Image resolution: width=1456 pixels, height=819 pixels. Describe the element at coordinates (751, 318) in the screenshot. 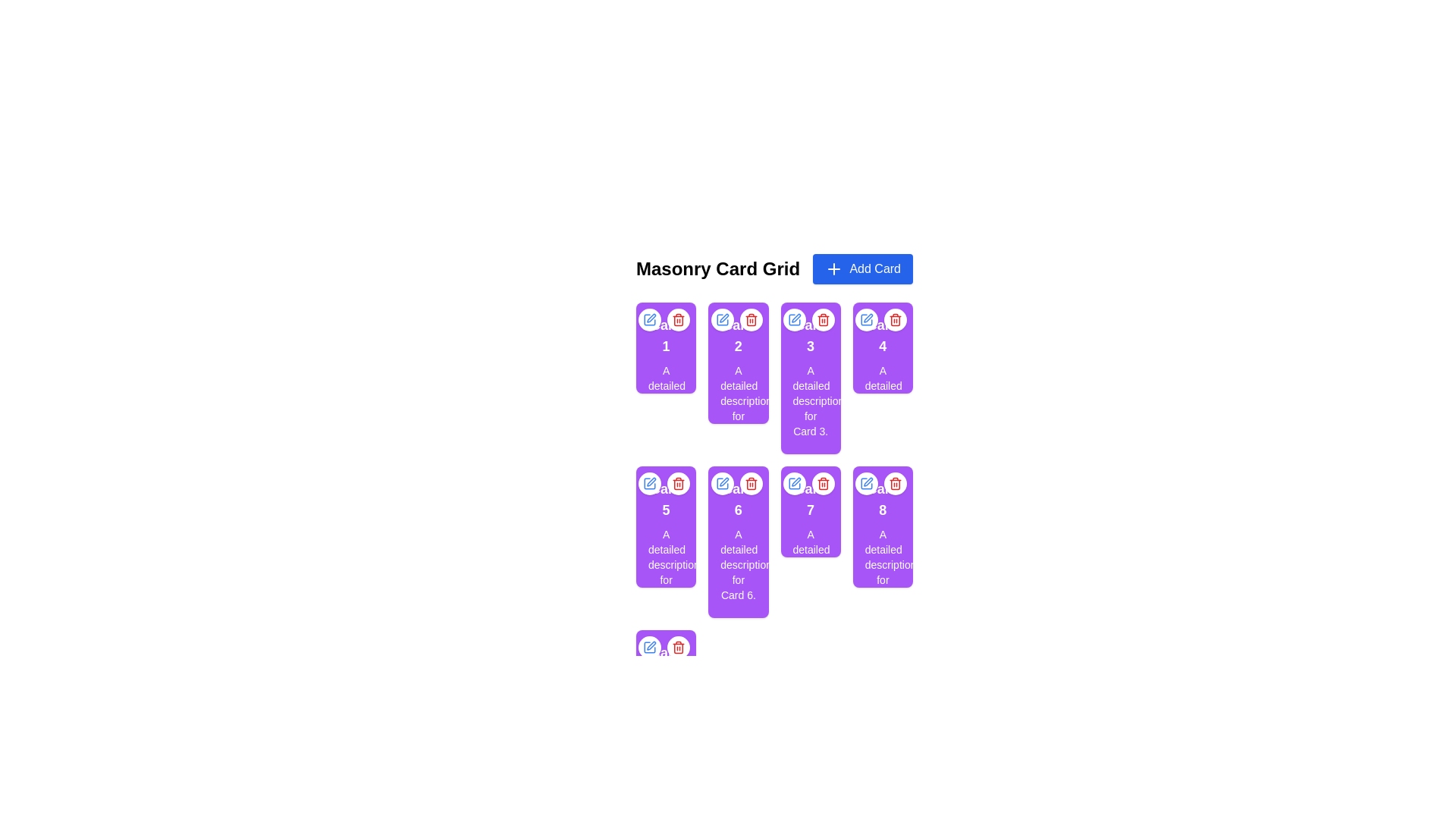

I see `the compact circular button with a white background and red highlights, featuring a trashcan icon, located in the top-right corner of card '2'` at that location.